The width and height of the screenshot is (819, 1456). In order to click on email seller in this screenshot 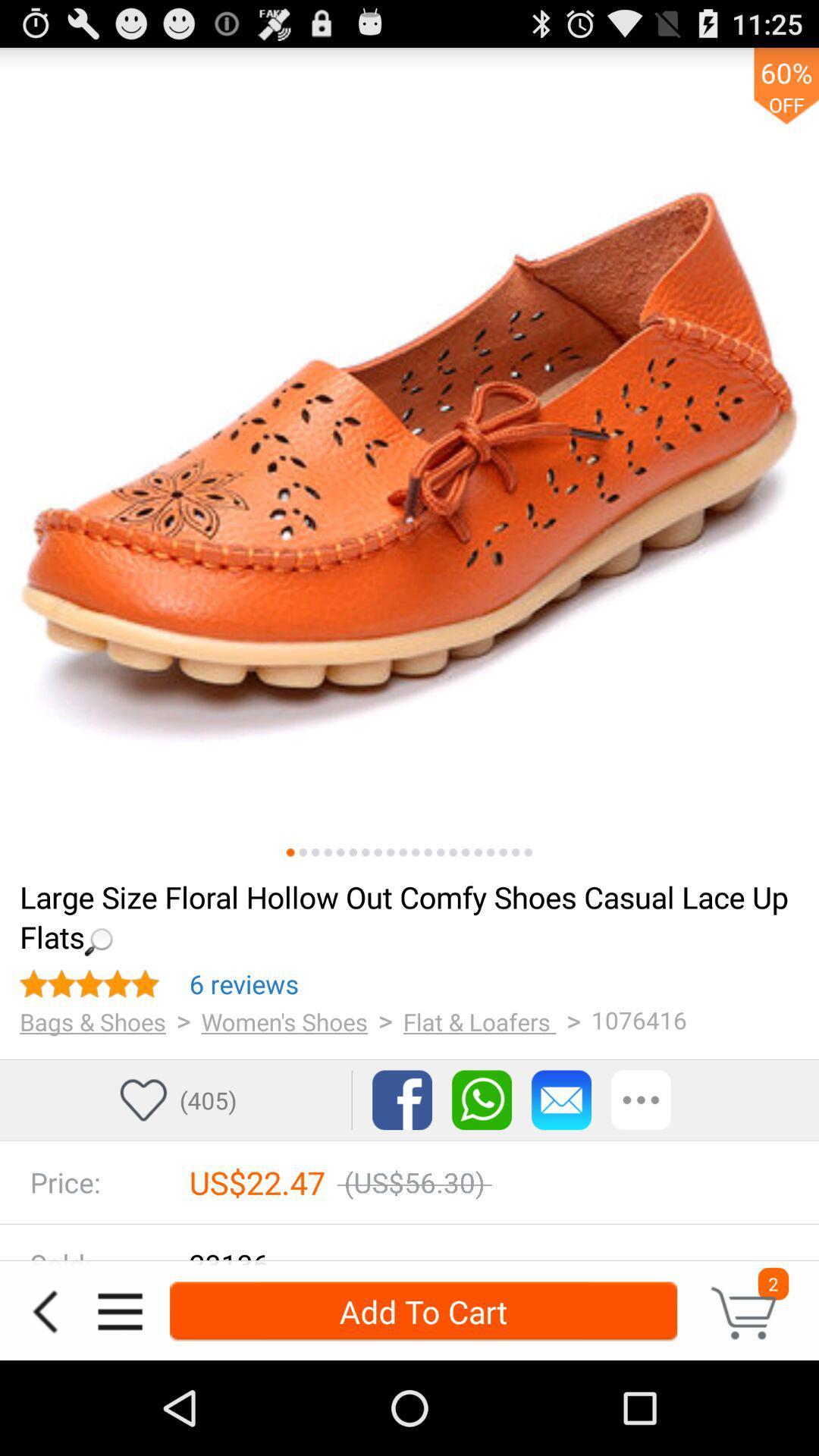, I will do `click(561, 1100)`.